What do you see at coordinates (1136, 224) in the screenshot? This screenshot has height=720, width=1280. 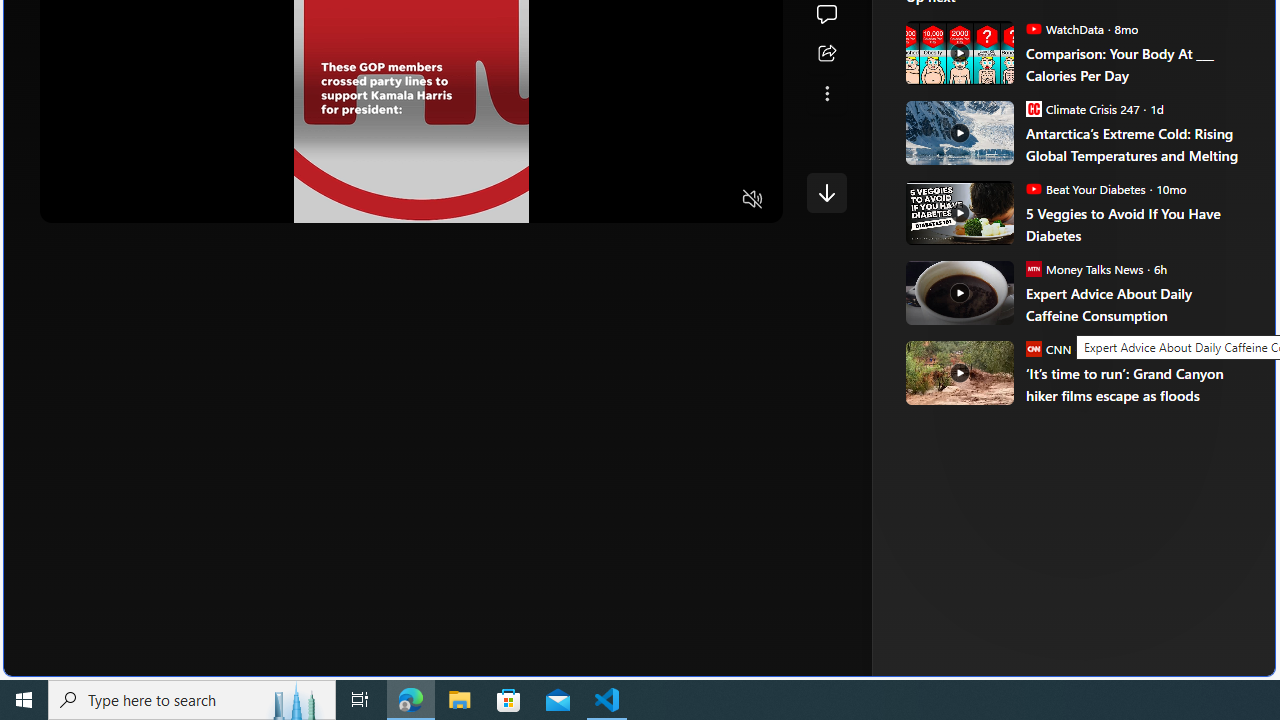 I see `'5 Veggies to Avoid If You Have Diabetes'` at bounding box center [1136, 224].